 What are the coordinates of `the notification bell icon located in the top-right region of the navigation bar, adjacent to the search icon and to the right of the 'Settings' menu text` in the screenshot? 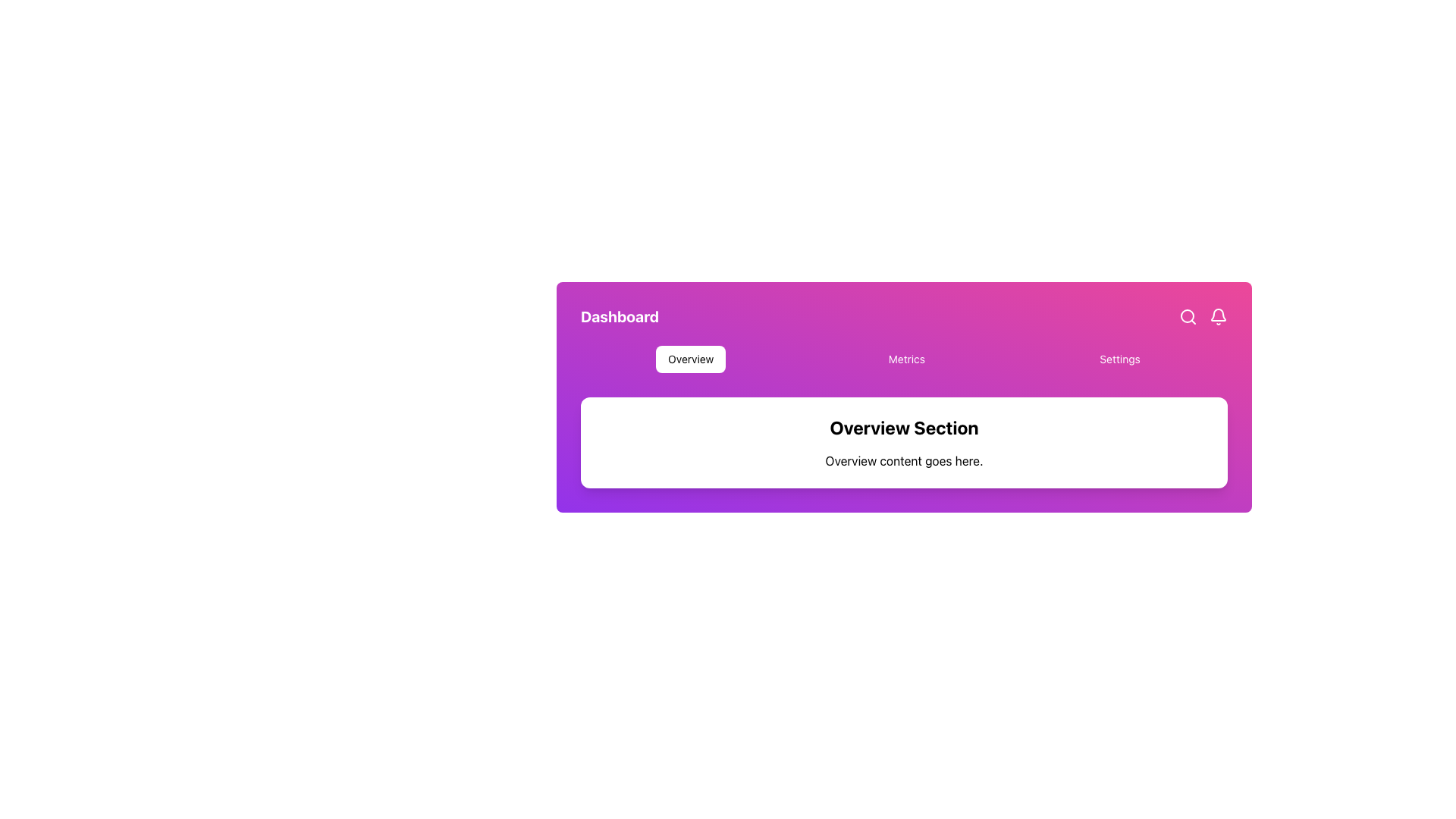 It's located at (1219, 314).